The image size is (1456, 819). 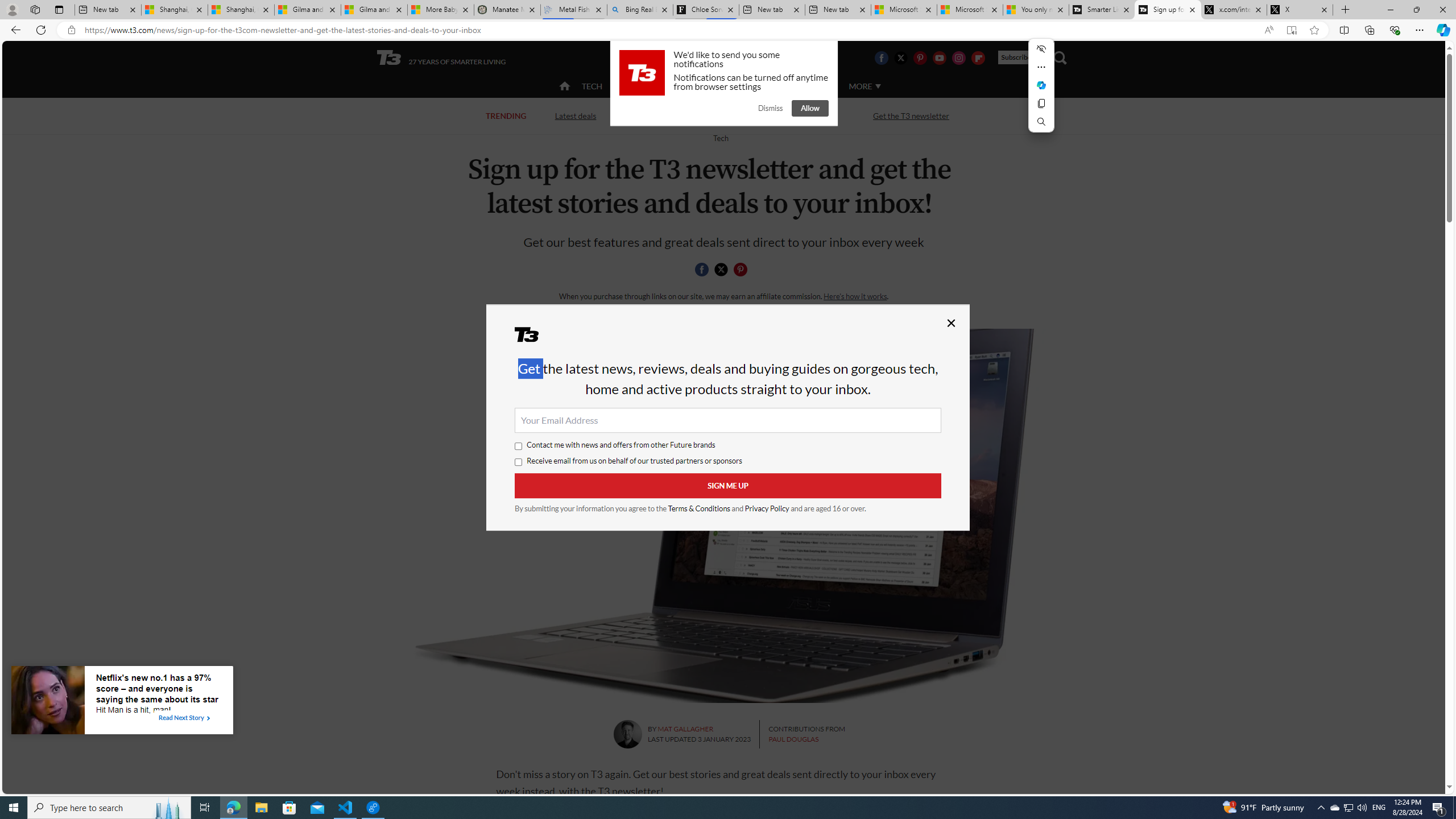 I want to click on 'Dismiss', so click(x=770, y=107).